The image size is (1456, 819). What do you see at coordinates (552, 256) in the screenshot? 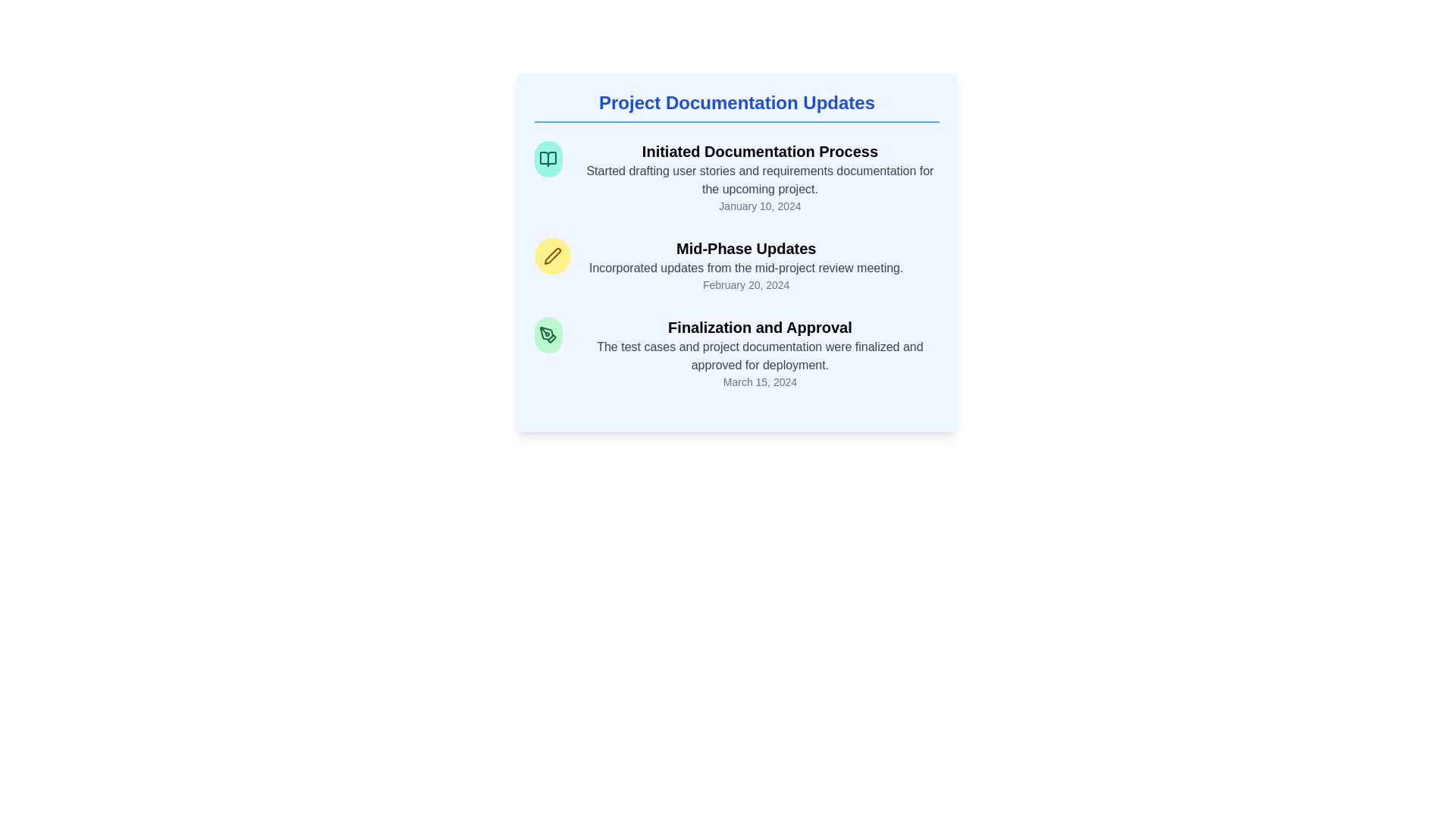
I see `the icon that signifies the 'Mid-Phase Updates' point, located to the left of the associated text` at bounding box center [552, 256].